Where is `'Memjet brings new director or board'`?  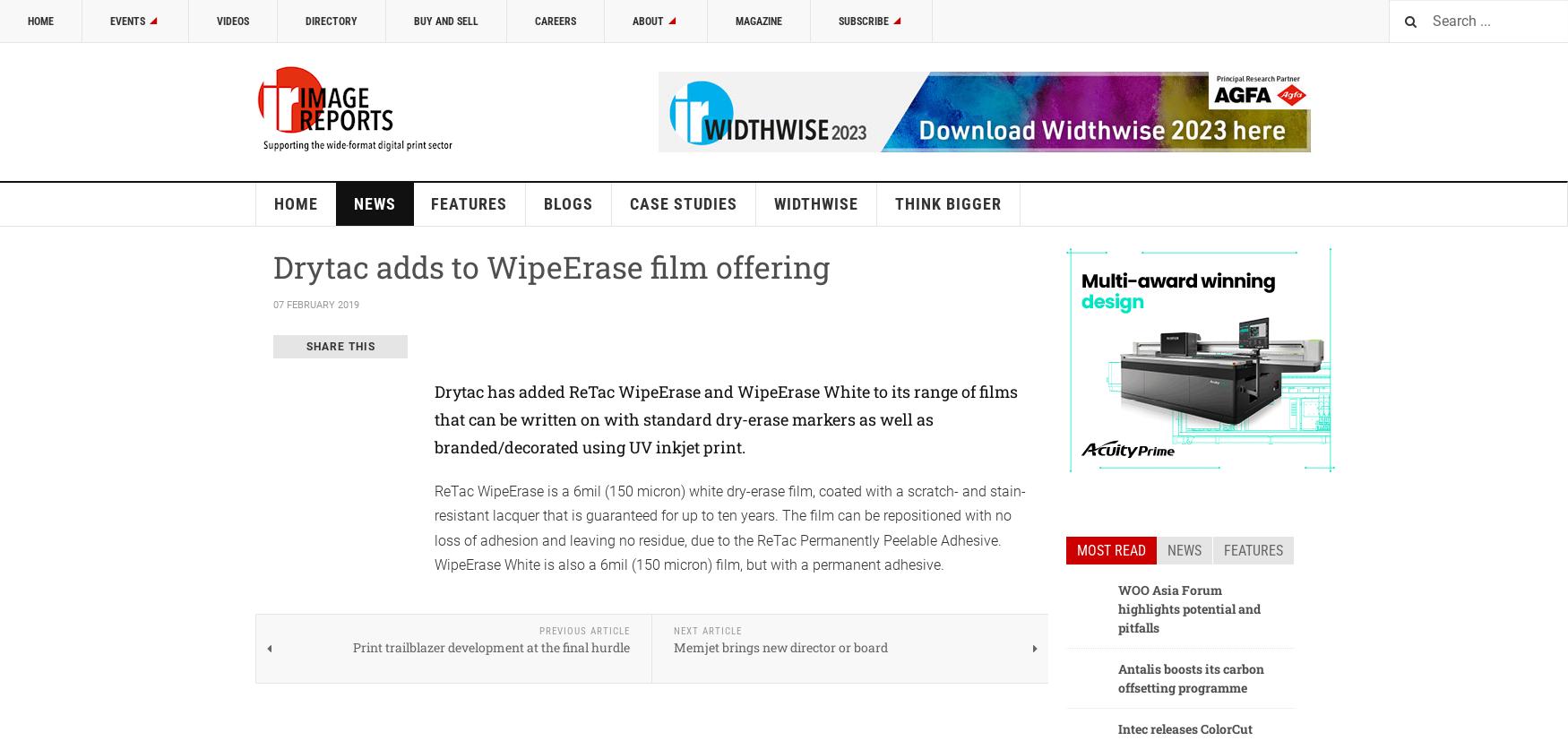 'Memjet brings new director or board' is located at coordinates (672, 646).